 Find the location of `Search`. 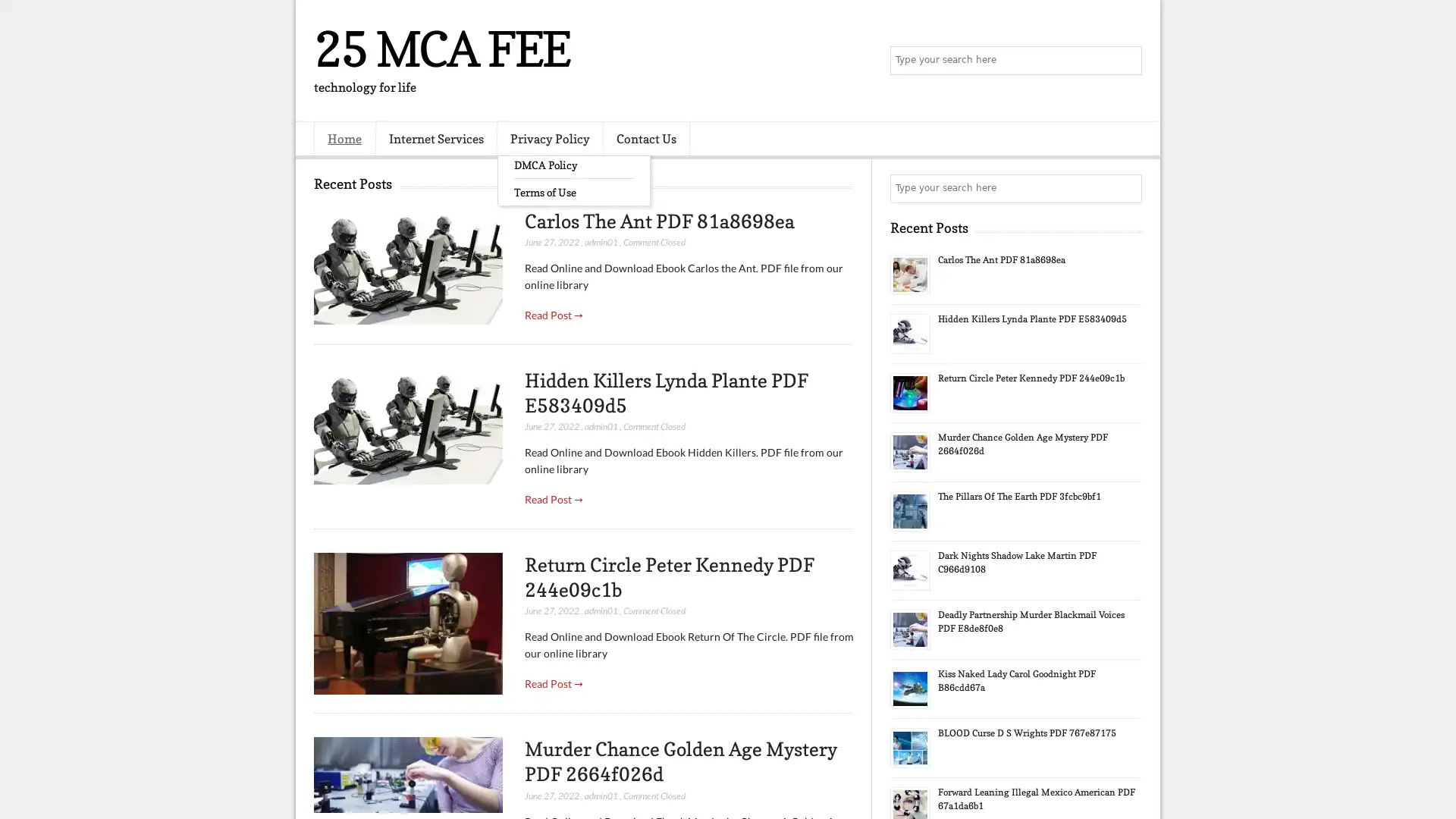

Search is located at coordinates (1126, 188).